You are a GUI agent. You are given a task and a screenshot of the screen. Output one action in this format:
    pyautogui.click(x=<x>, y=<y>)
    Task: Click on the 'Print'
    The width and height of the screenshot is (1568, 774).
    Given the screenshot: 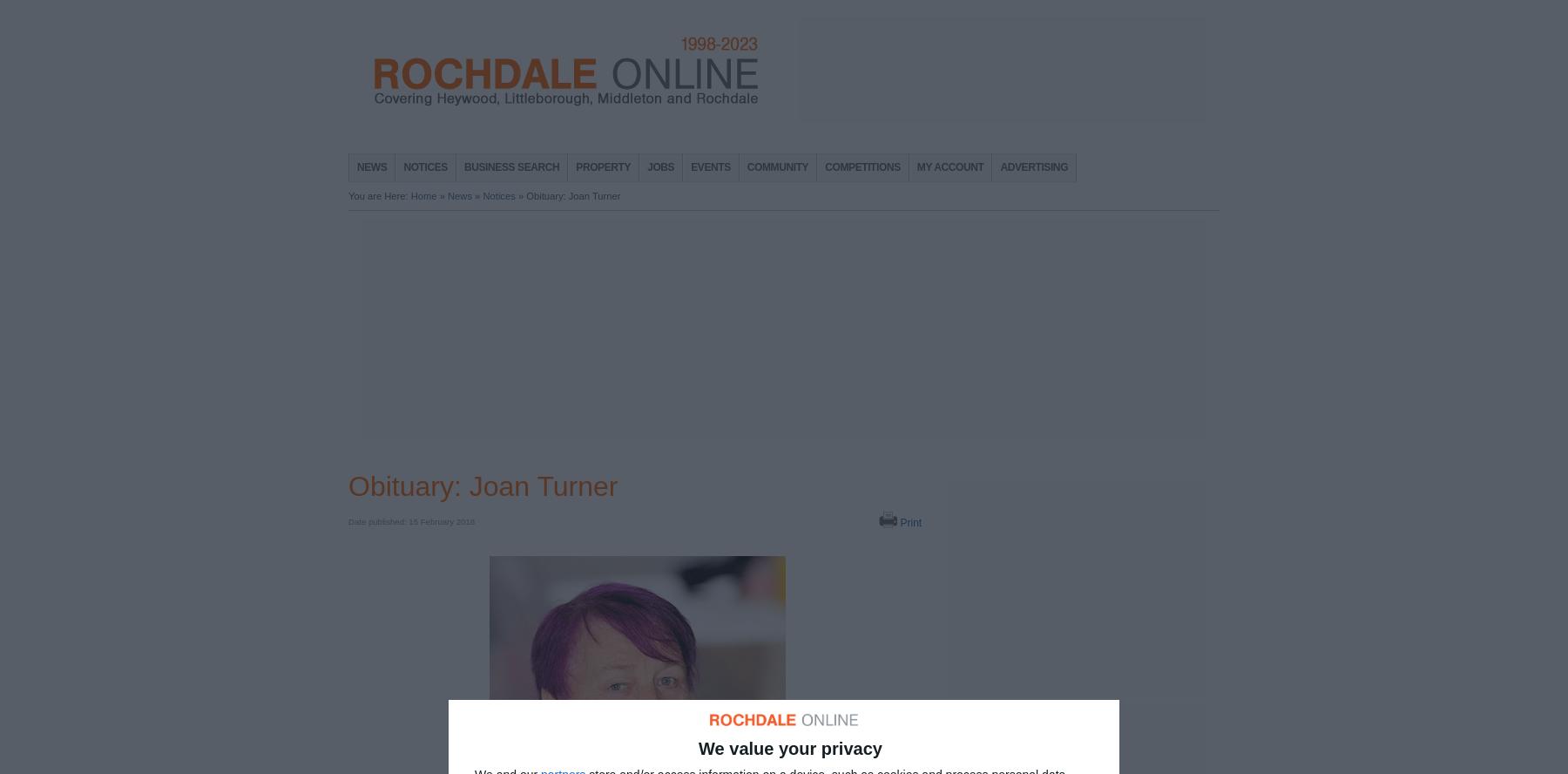 What is the action you would take?
    pyautogui.click(x=910, y=523)
    